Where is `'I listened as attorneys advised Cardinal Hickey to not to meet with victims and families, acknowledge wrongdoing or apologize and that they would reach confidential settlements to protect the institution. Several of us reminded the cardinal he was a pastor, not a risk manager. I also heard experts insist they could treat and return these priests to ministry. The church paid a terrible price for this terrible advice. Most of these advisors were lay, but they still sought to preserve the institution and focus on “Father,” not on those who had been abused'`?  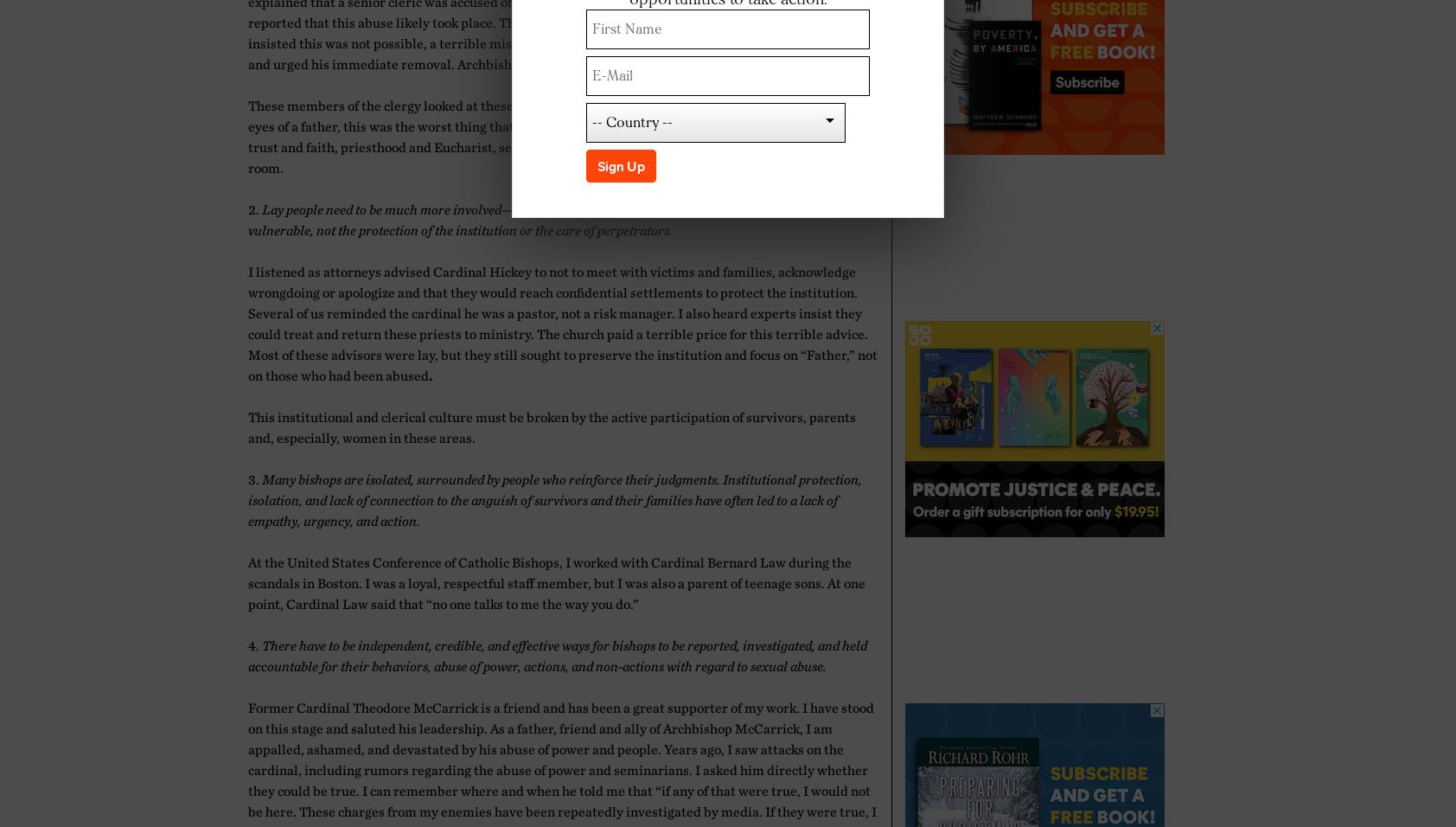
'I listened as attorneys advised Cardinal Hickey to not to meet with victims and families, acknowledge wrongdoing or apologize and that they would reach confidential settlements to protect the institution. Several of us reminded the cardinal he was a pastor, not a risk manager. I also heard experts insist they could treat and return these priests to ministry. The church paid a terrible price for this terrible advice. Most of these advisors were lay, but they still sought to preserve the institution and focus on “Father,” not on those who had been abused' is located at coordinates (563, 323).